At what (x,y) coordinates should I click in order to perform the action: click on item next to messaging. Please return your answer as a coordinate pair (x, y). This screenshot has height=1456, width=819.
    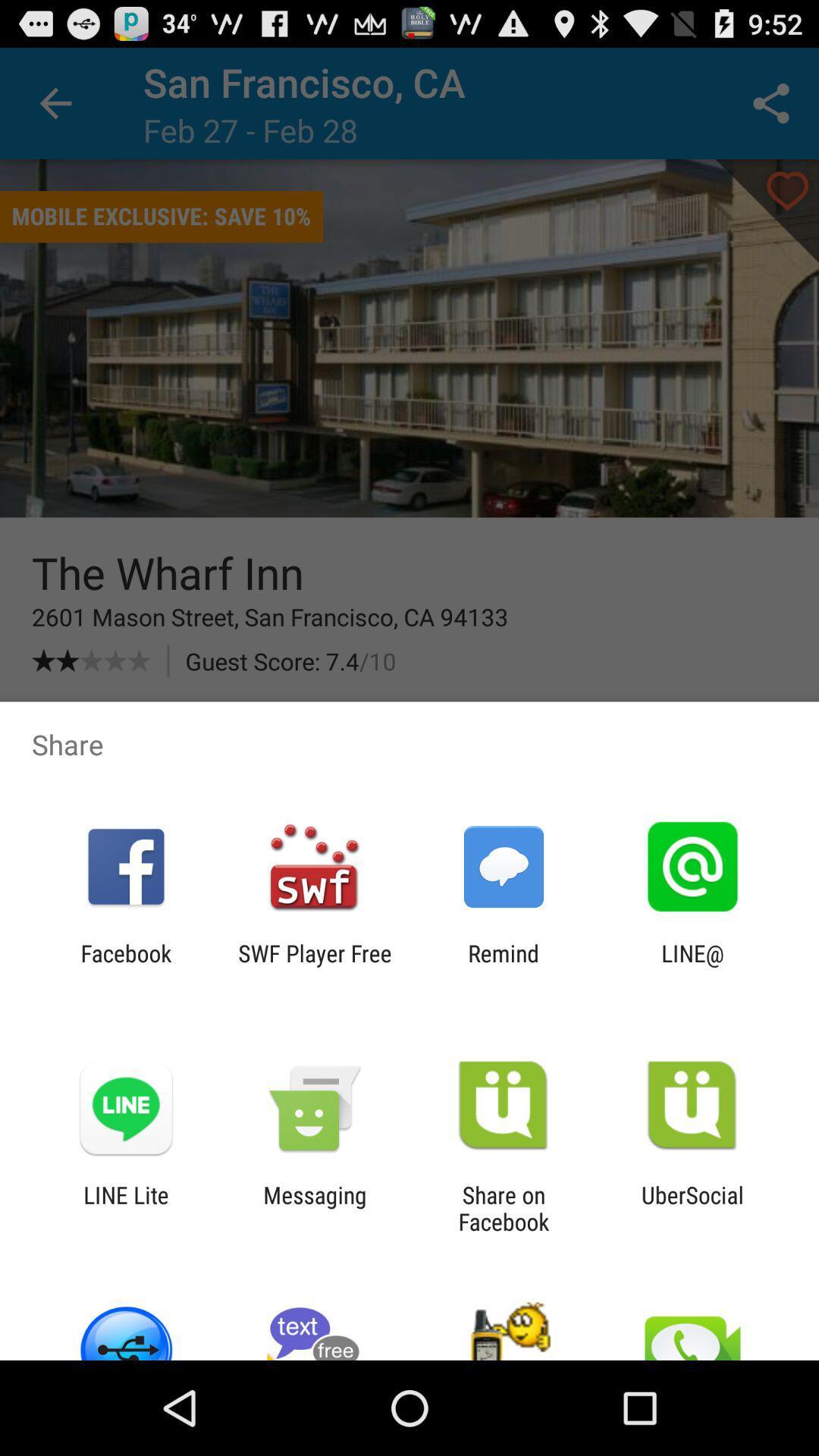
    Looking at the image, I should click on (504, 1207).